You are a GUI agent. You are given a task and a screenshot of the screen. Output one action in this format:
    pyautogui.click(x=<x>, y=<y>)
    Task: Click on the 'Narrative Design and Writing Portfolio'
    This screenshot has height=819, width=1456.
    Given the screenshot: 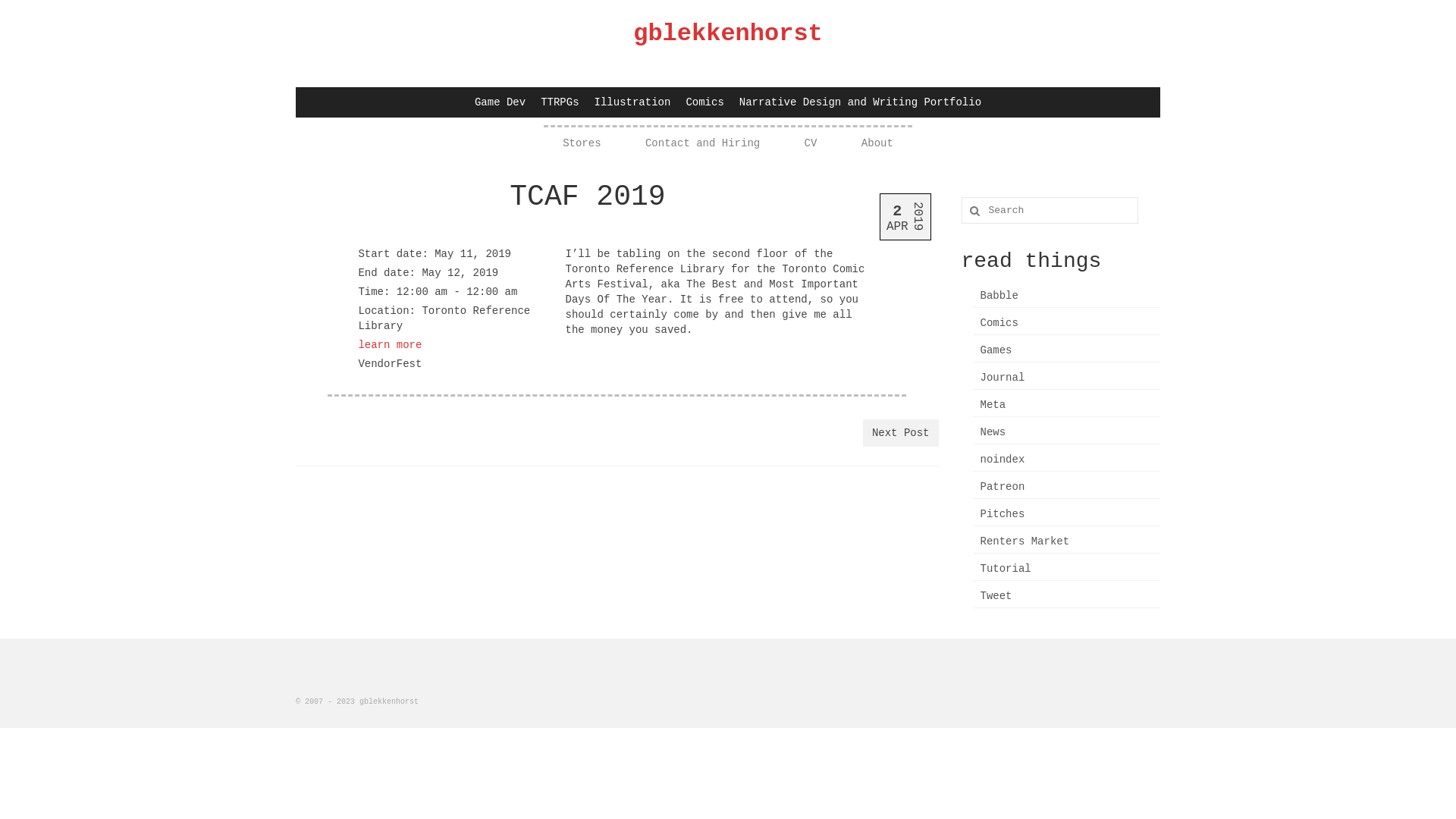 What is the action you would take?
    pyautogui.click(x=860, y=102)
    